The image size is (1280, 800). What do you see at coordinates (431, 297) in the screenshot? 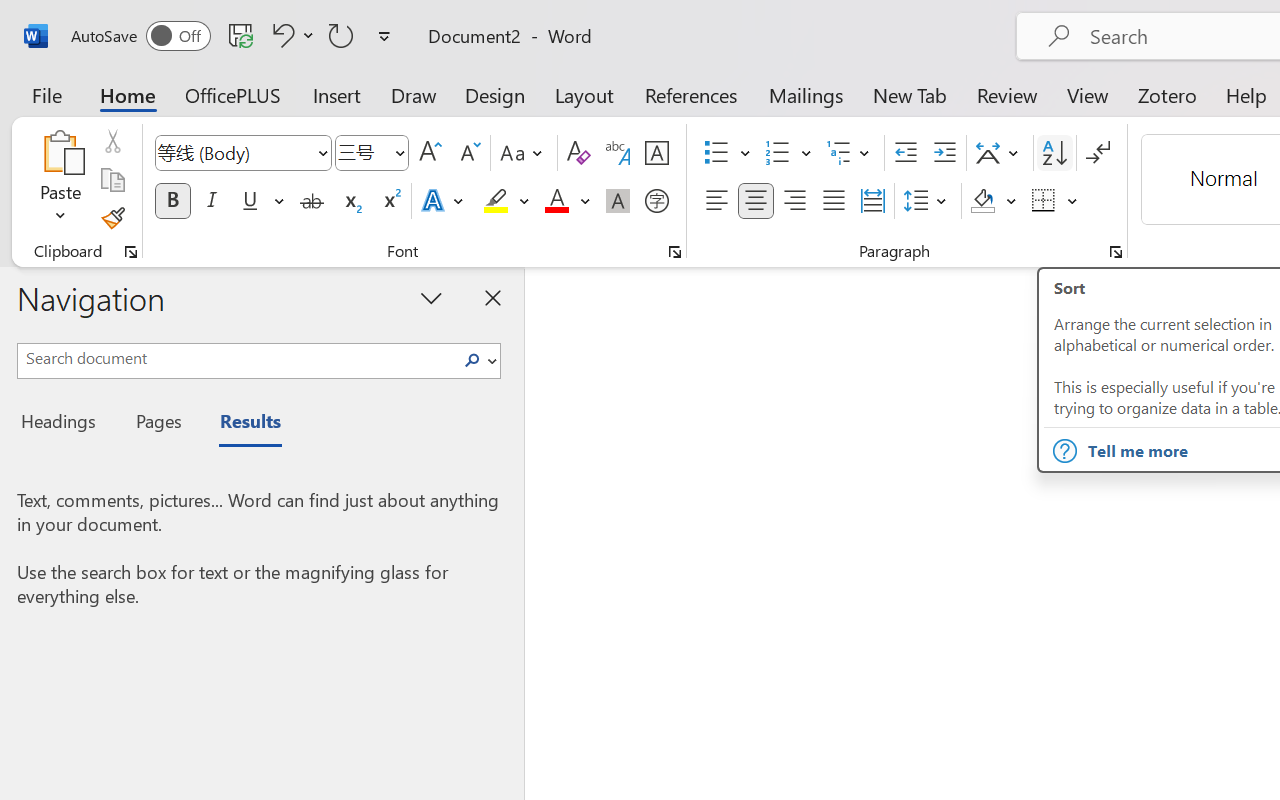
I see `'Task Pane Options'` at bounding box center [431, 297].